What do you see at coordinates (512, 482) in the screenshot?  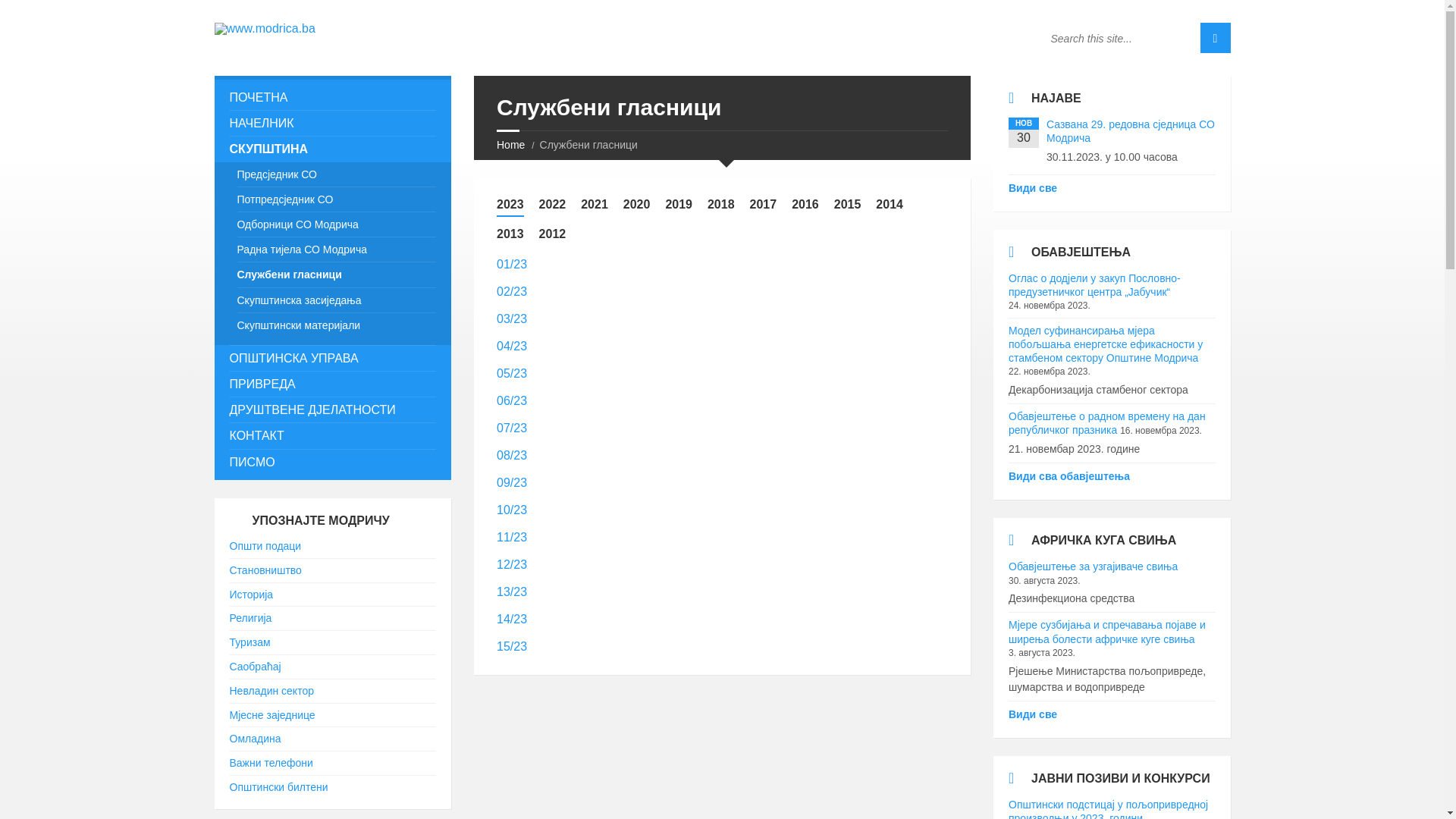 I see `'09/23'` at bounding box center [512, 482].